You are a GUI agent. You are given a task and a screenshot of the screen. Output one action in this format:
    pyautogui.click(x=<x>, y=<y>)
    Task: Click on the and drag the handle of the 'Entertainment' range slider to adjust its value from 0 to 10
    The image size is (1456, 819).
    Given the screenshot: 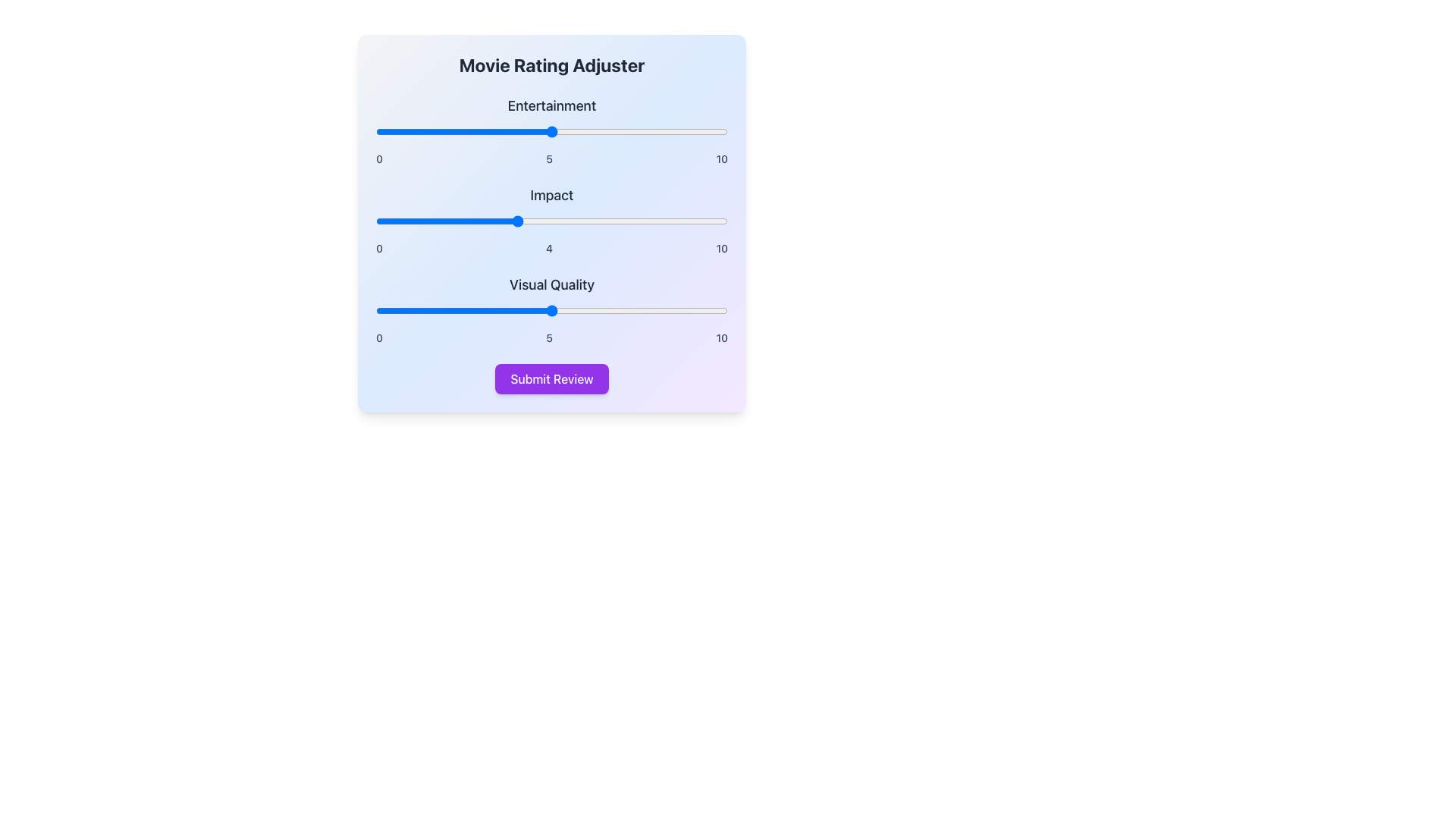 What is the action you would take?
    pyautogui.click(x=551, y=130)
    